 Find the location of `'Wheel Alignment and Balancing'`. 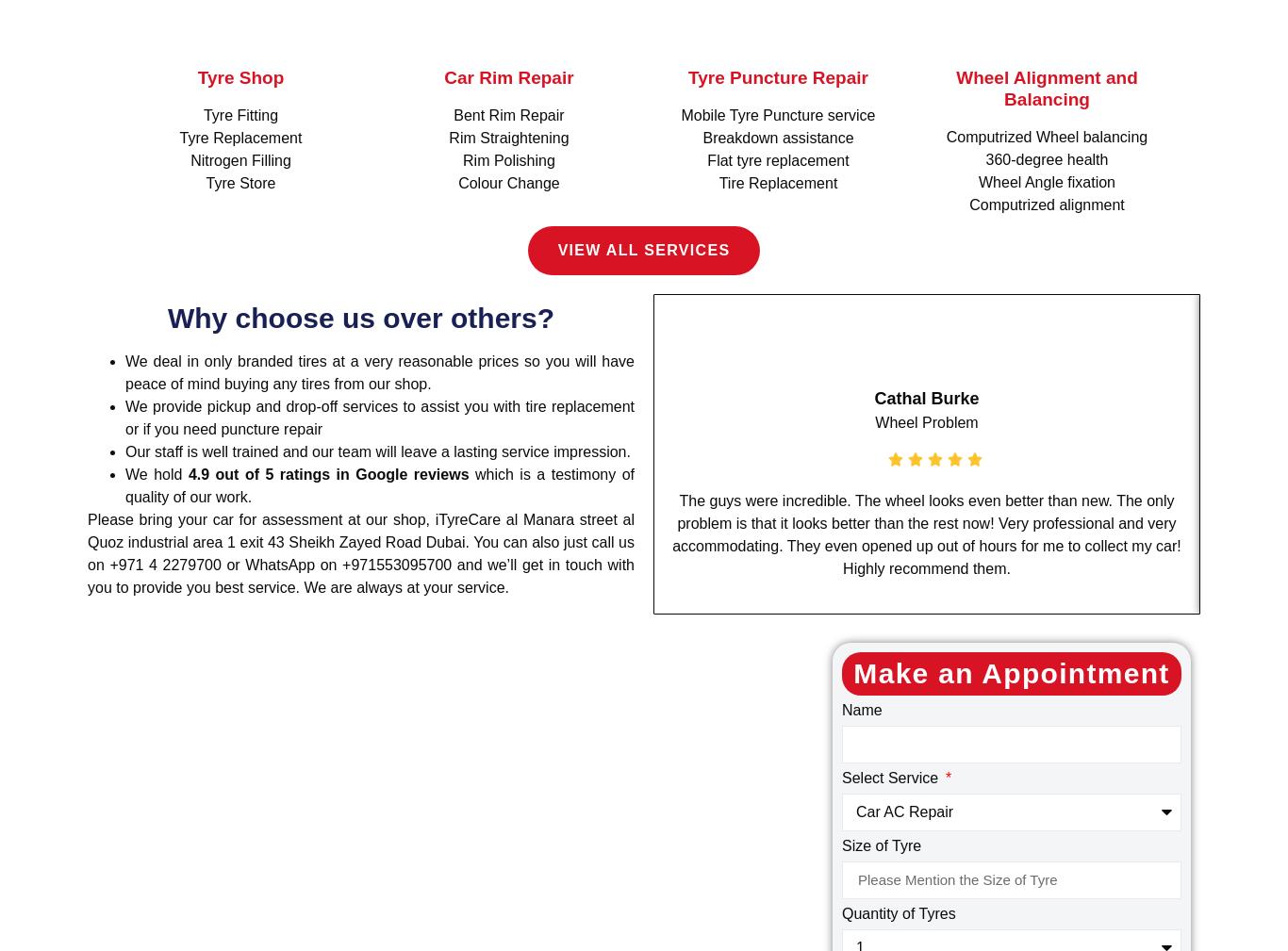

'Wheel Alignment and Balancing' is located at coordinates (955, 88).